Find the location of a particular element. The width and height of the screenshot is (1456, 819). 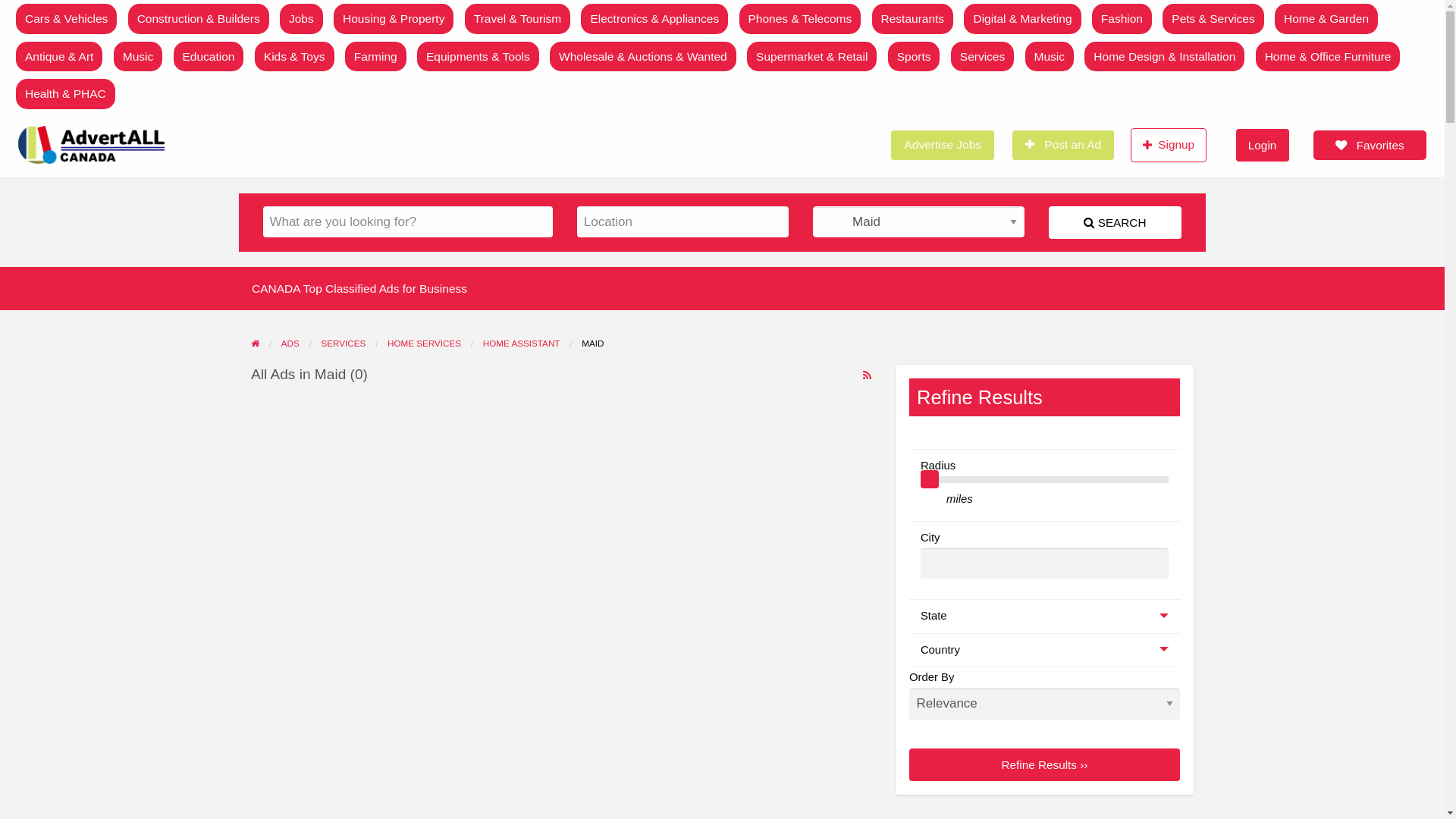

'Health & PHAC' is located at coordinates (64, 93).